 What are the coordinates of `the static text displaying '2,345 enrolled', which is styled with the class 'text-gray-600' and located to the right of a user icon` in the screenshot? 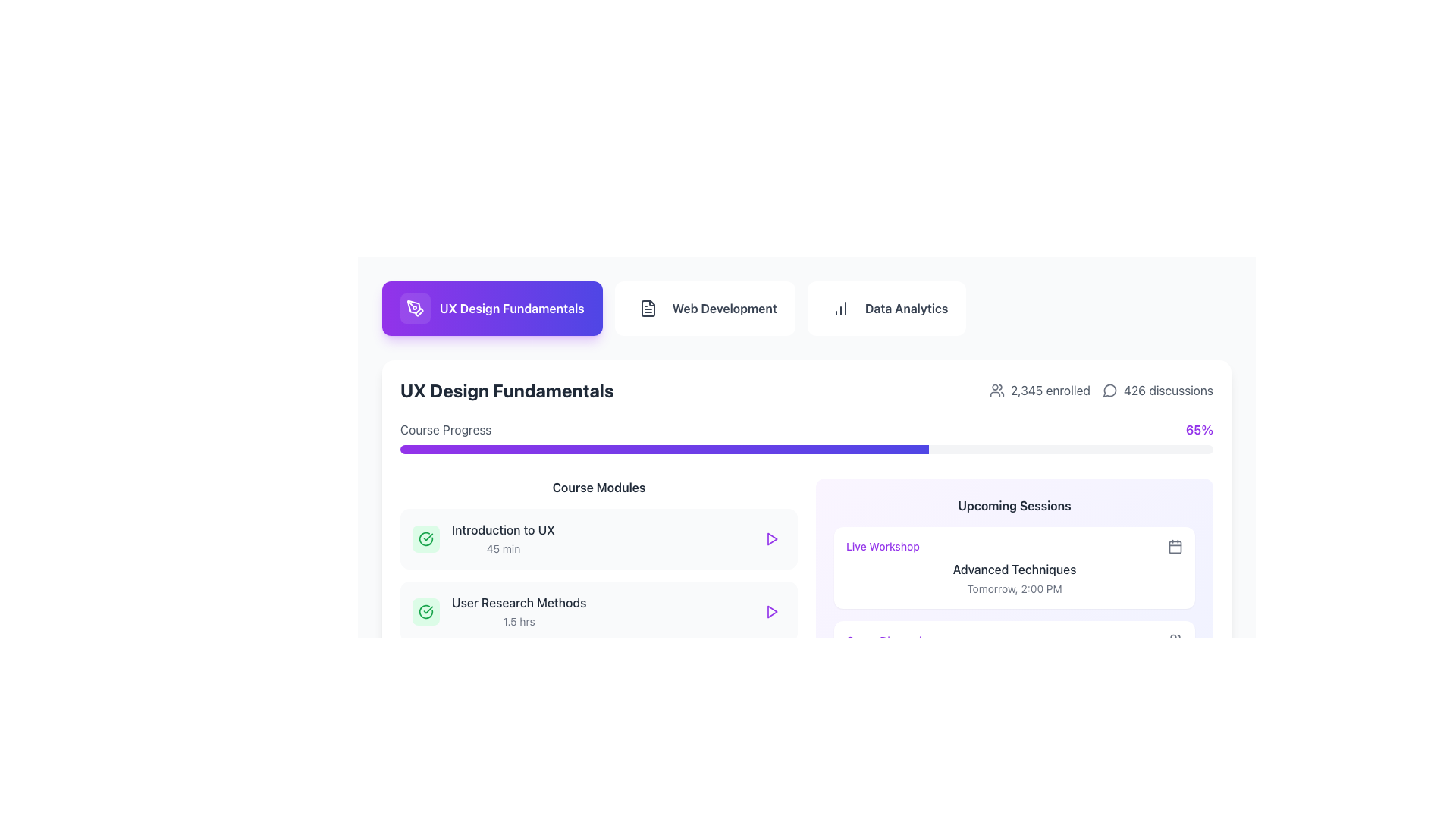 It's located at (1050, 390).